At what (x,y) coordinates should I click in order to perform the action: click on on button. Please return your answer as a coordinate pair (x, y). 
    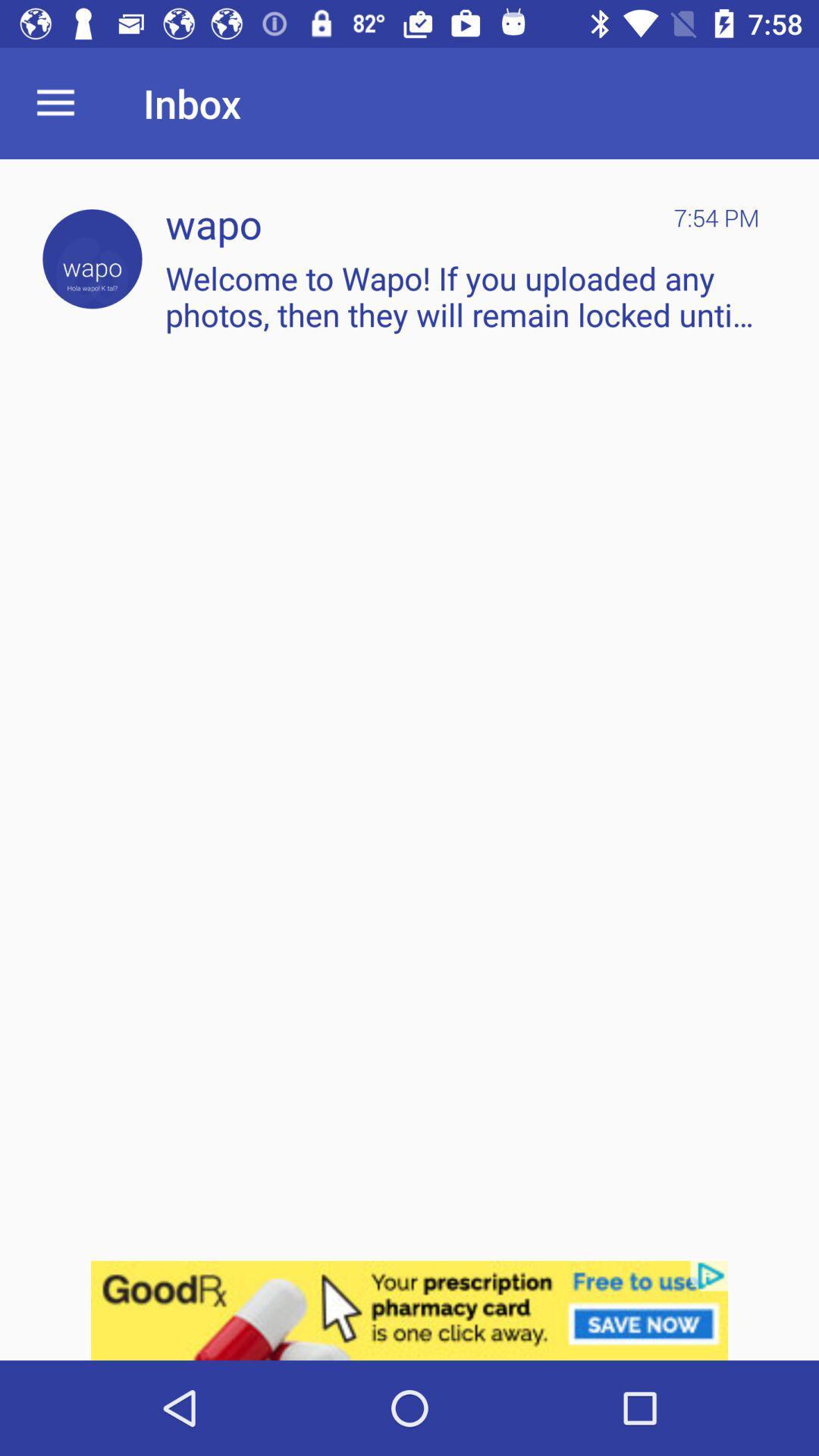
    Looking at the image, I should click on (92, 259).